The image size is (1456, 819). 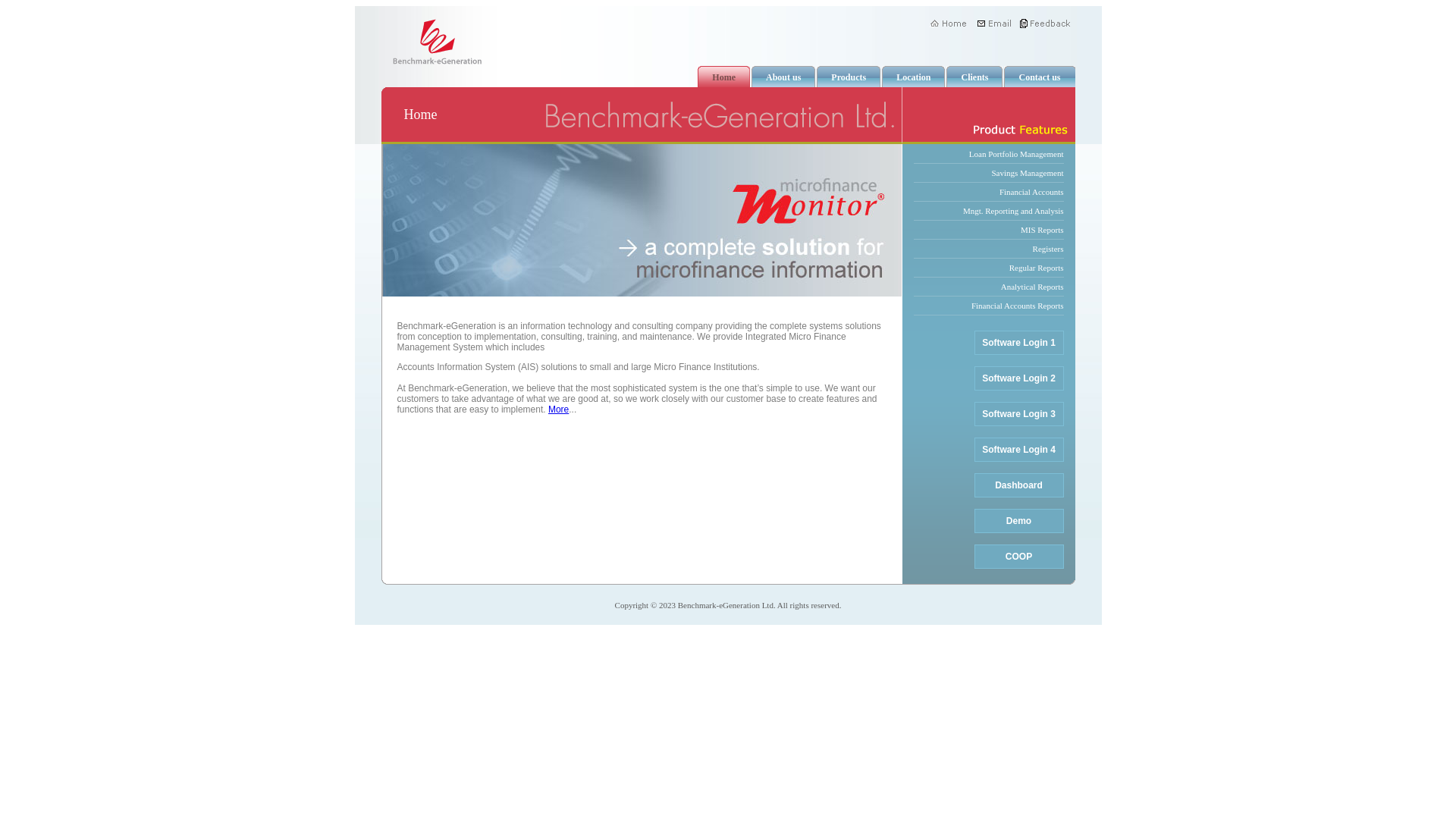 I want to click on 'Registers', so click(x=912, y=248).